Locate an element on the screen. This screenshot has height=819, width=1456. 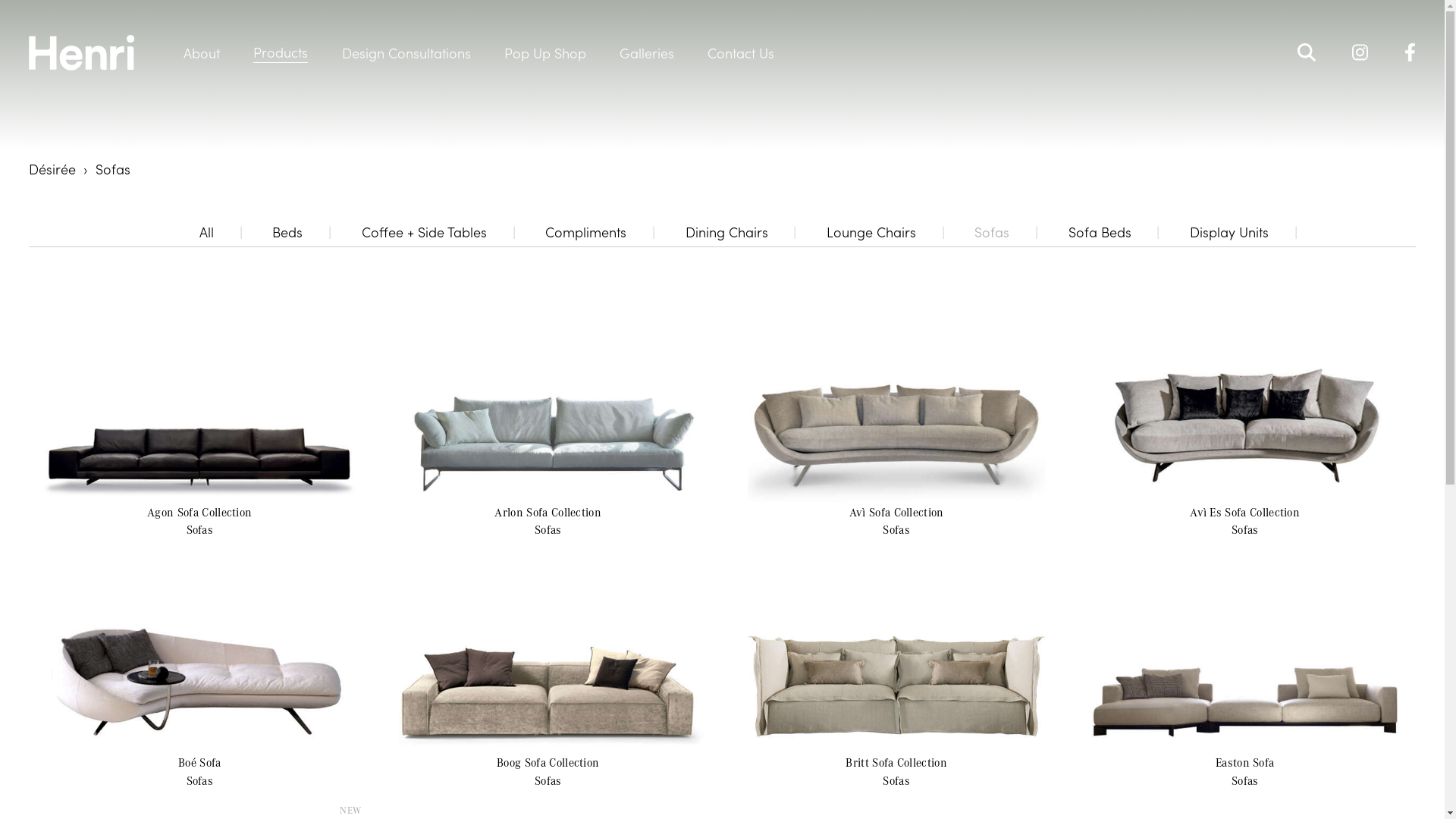
'Britt Sofa Collection' is located at coordinates (896, 762).